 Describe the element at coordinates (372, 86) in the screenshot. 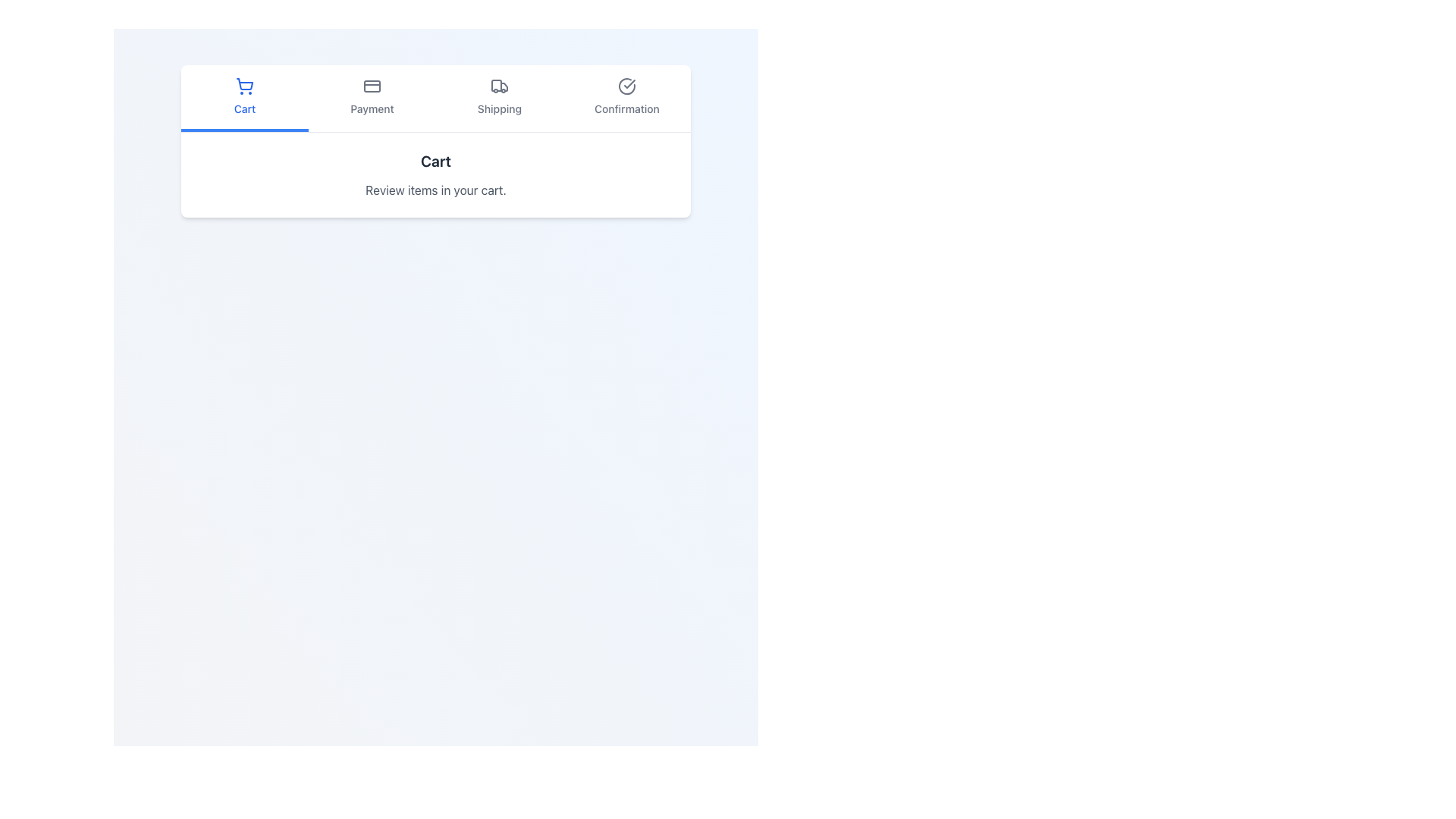

I see `the credit card icon, which is a rectangular shape with rounded corners located in the upper rectangular region of the navigation bar, positioned second from the left` at that location.